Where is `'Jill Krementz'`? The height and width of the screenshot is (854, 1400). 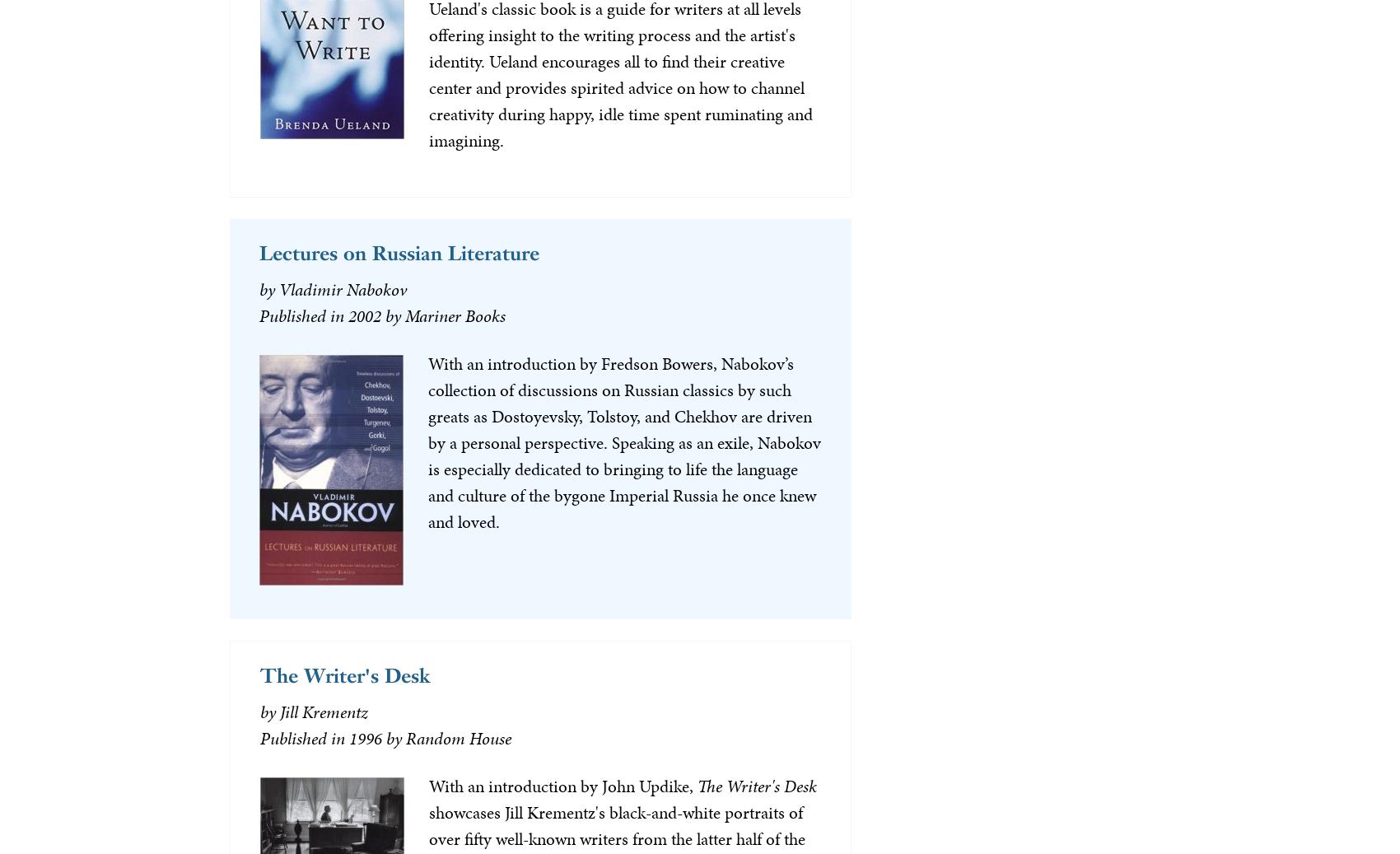 'Jill Krementz' is located at coordinates (322, 712).